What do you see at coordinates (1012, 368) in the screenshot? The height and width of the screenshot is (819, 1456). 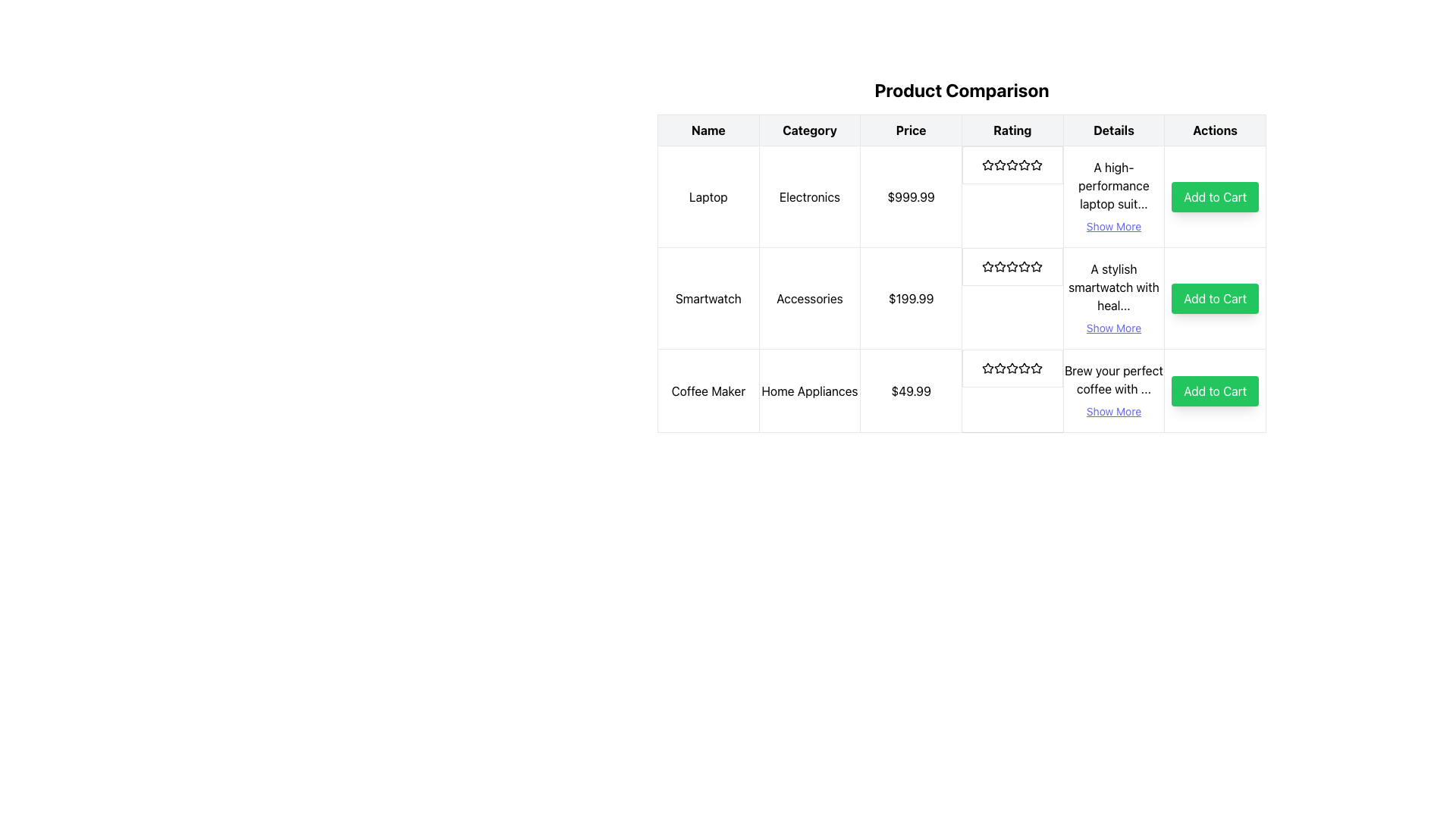 I see `the fourth star-shaped icon in the rating row of the third product in the product comparison table, which represents ratings` at bounding box center [1012, 368].